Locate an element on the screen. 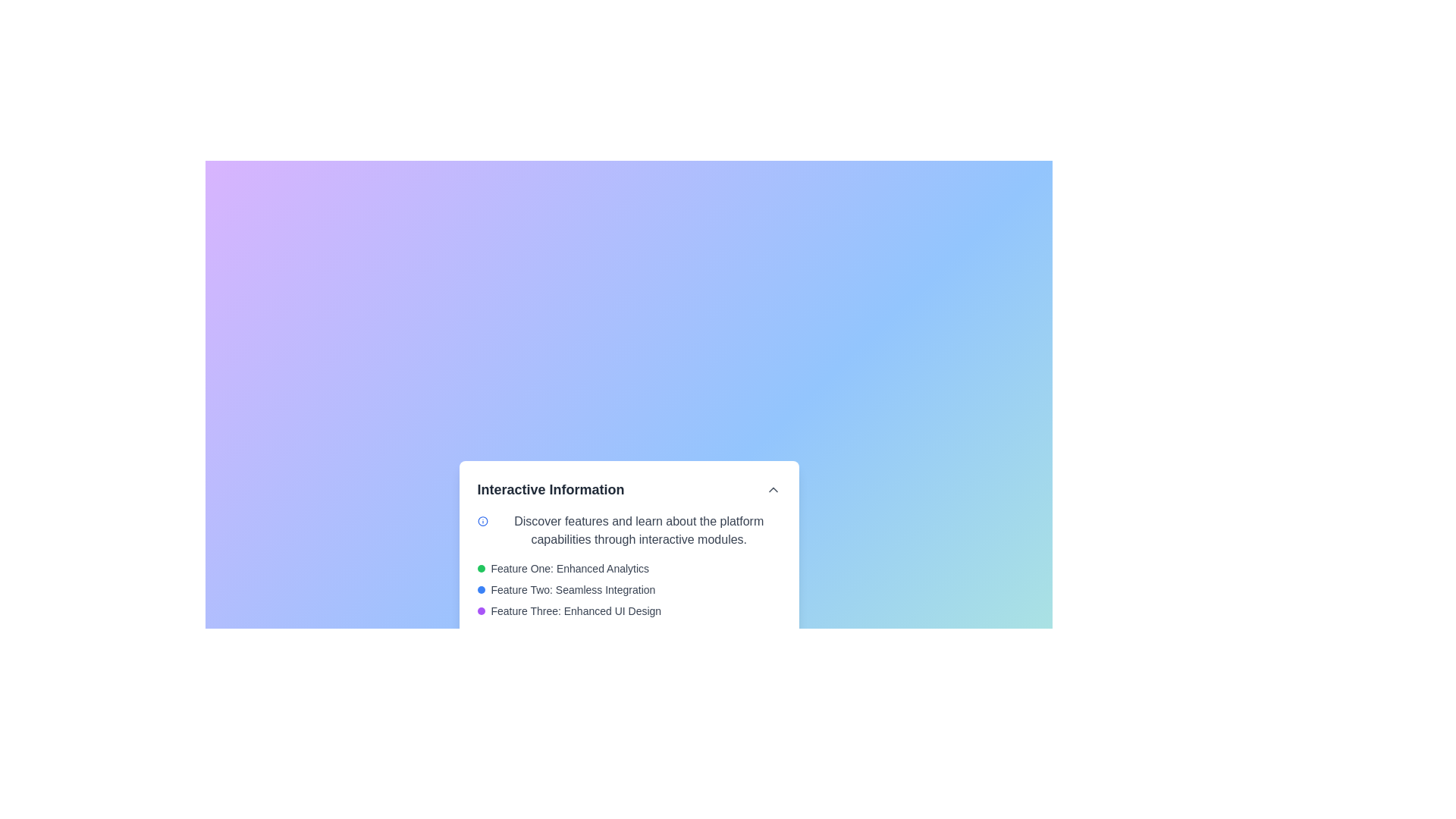  the small, circular purple bullet point located to the left of the text 'Feature Three: Enhanced UI Design' is located at coordinates (480, 610).